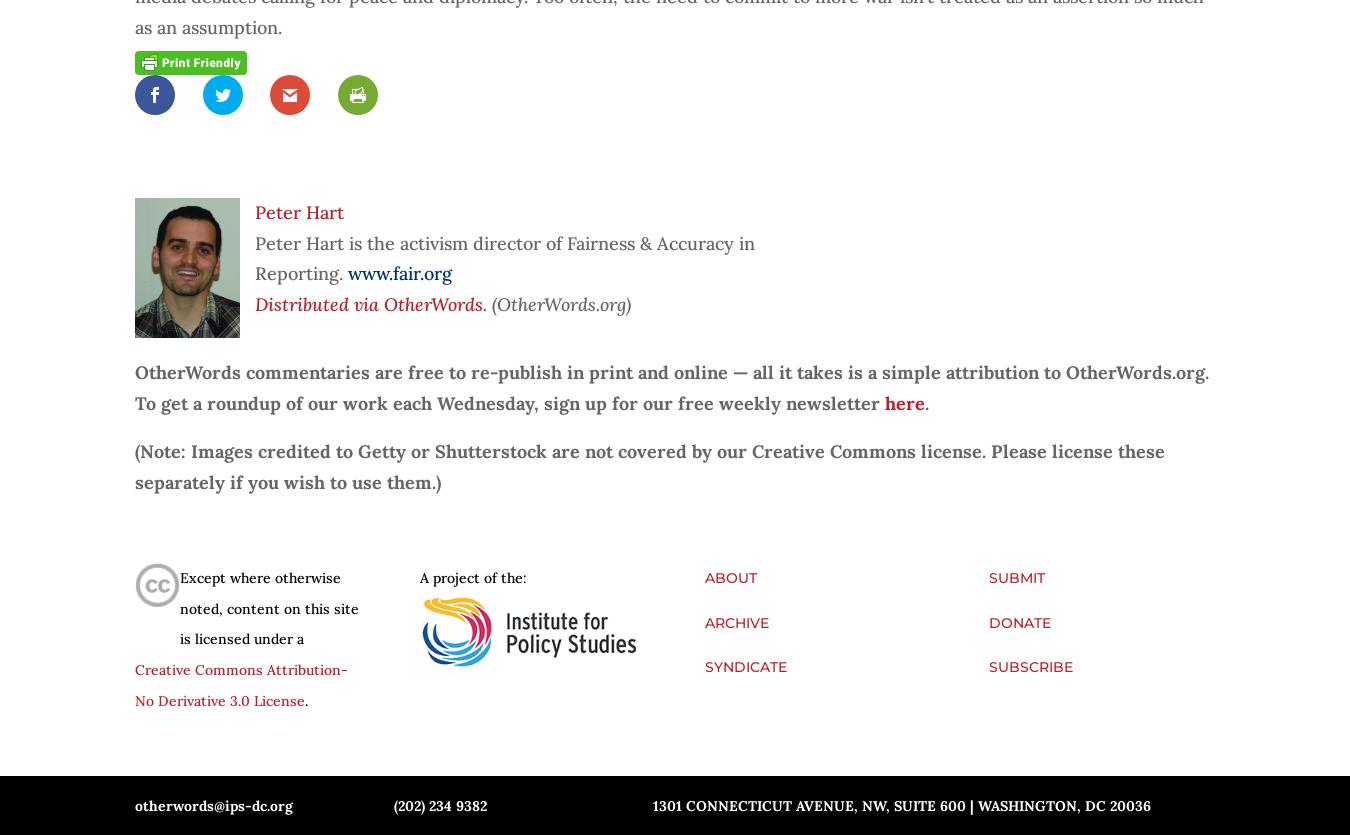 Image resolution: width=1350 pixels, height=835 pixels. Describe the element at coordinates (672, 387) in the screenshot. I see `'OtherWords commentaries are free to re-publish in print and online — all it takes is a simple attribution to OtherWords.org. To get a roundup of our work each Wednesday, sign up for our free weekly newsletter'` at that location.